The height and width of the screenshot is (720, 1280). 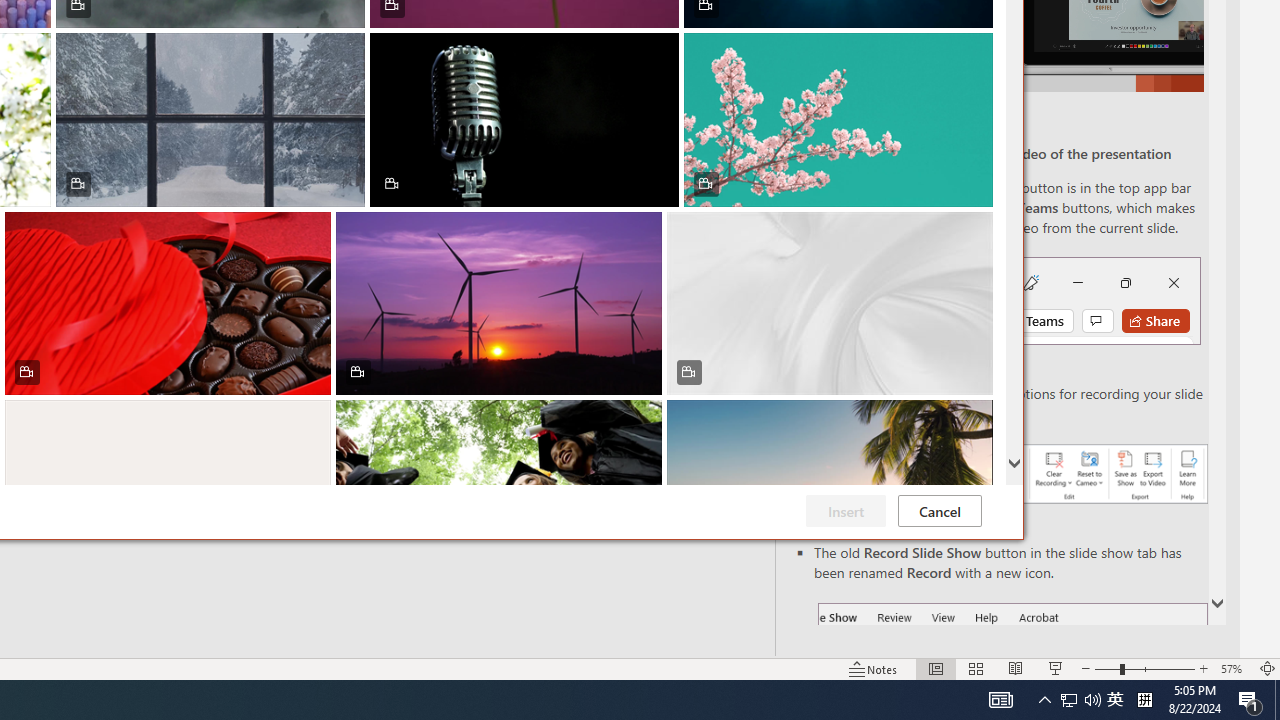 I want to click on 'Cancel', so click(x=939, y=510).